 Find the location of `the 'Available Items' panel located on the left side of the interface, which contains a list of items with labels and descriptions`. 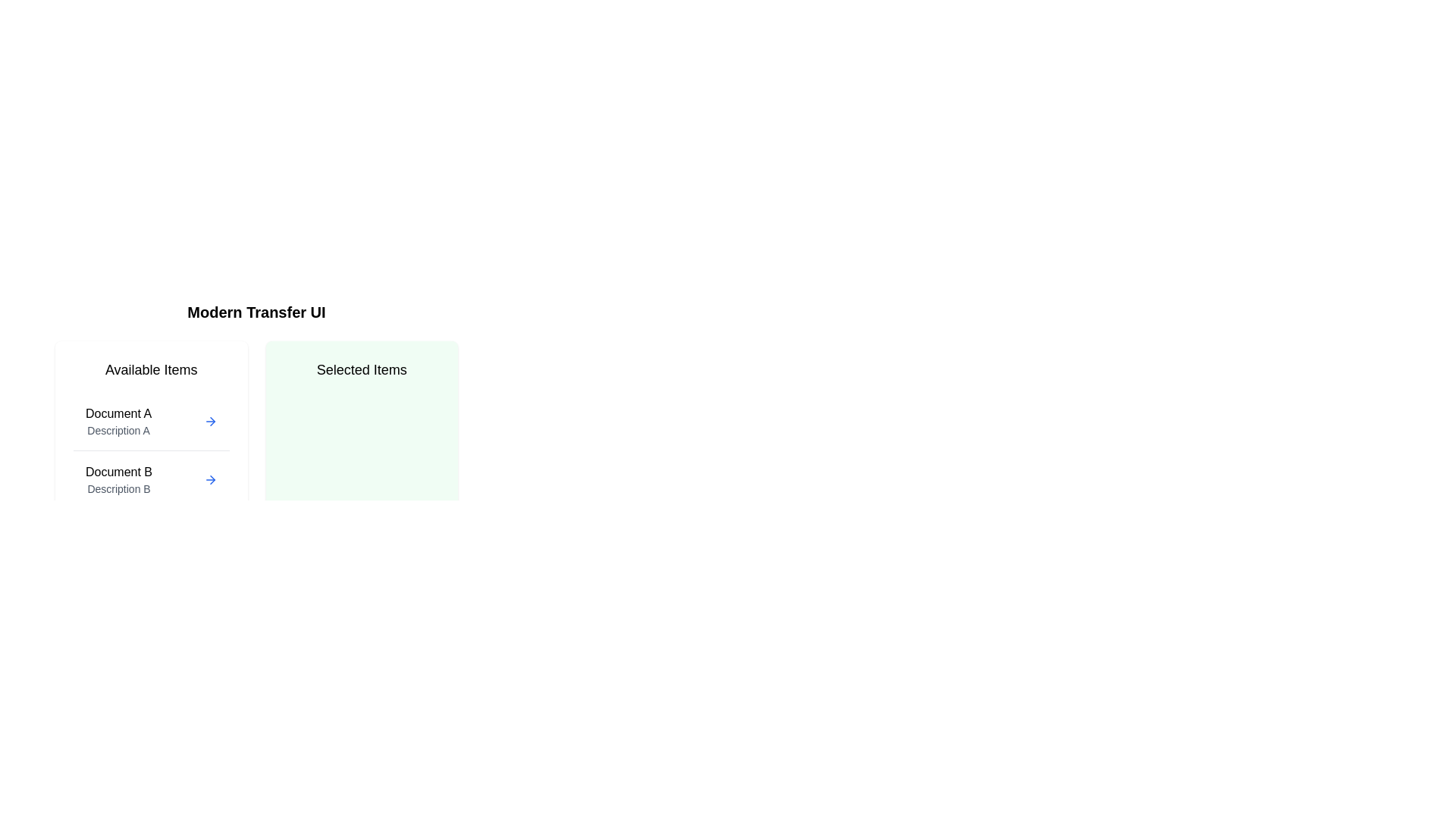

the 'Available Items' panel located on the left side of the interface, which contains a list of items with labels and descriptions is located at coordinates (151, 462).